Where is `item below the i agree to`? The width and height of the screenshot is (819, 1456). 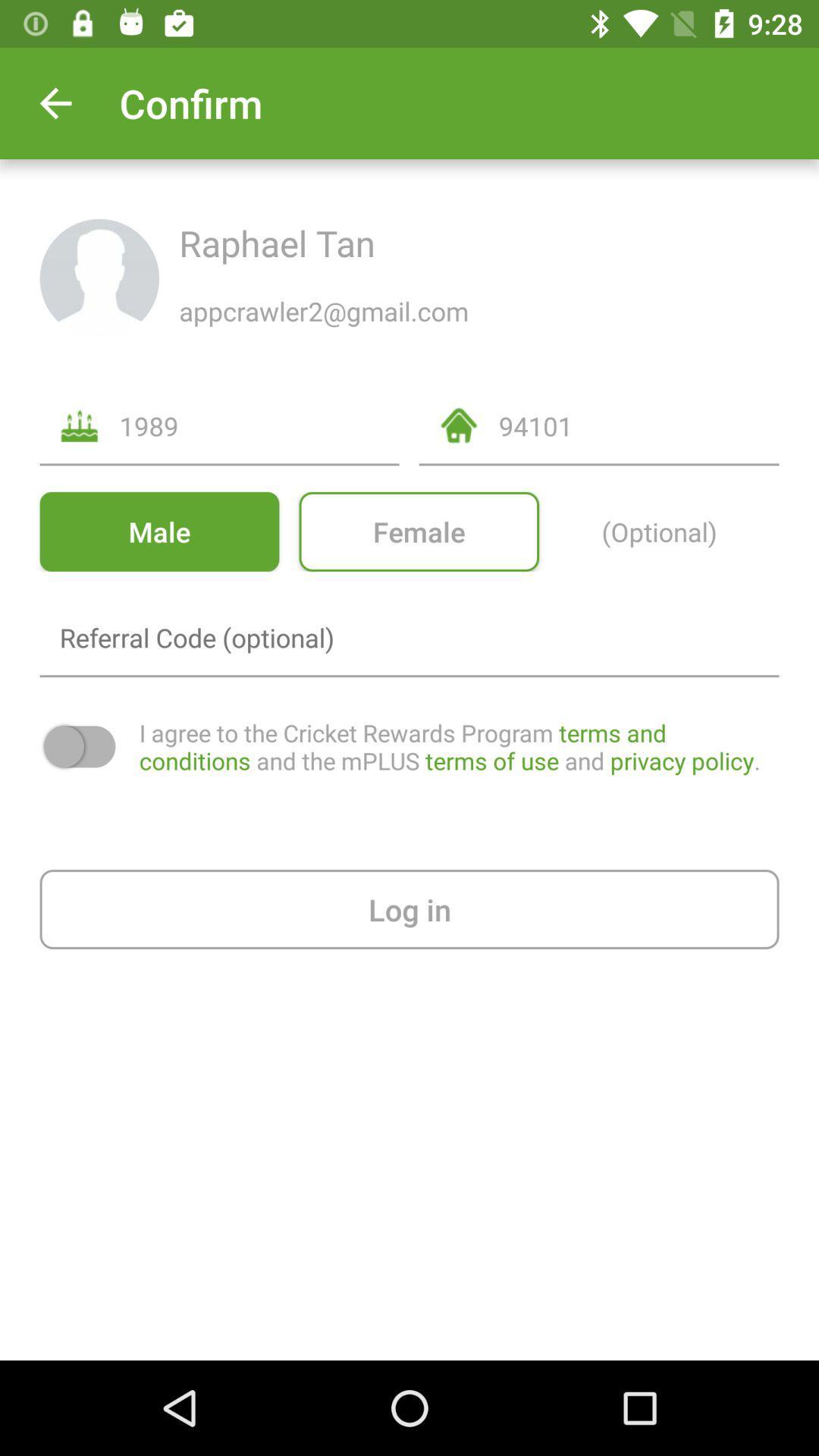 item below the i agree to is located at coordinates (409, 909).